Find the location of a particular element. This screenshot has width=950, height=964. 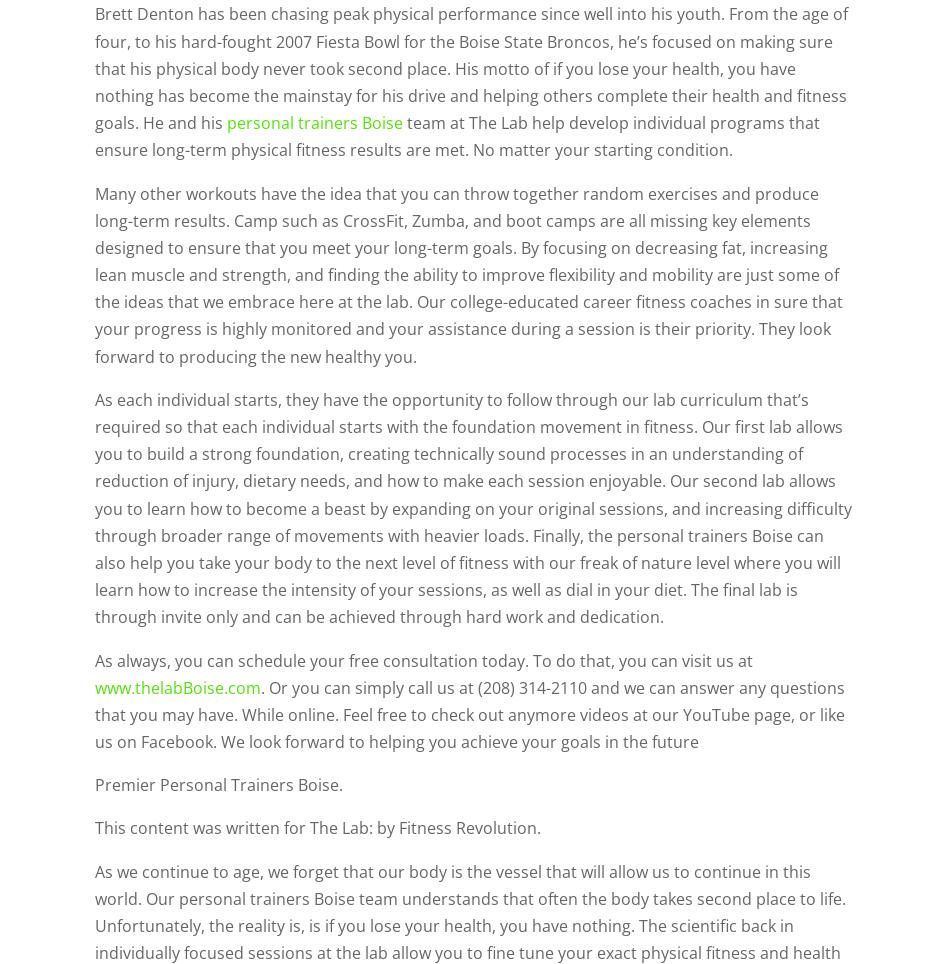

'personal trainers Boise' is located at coordinates (314, 123).